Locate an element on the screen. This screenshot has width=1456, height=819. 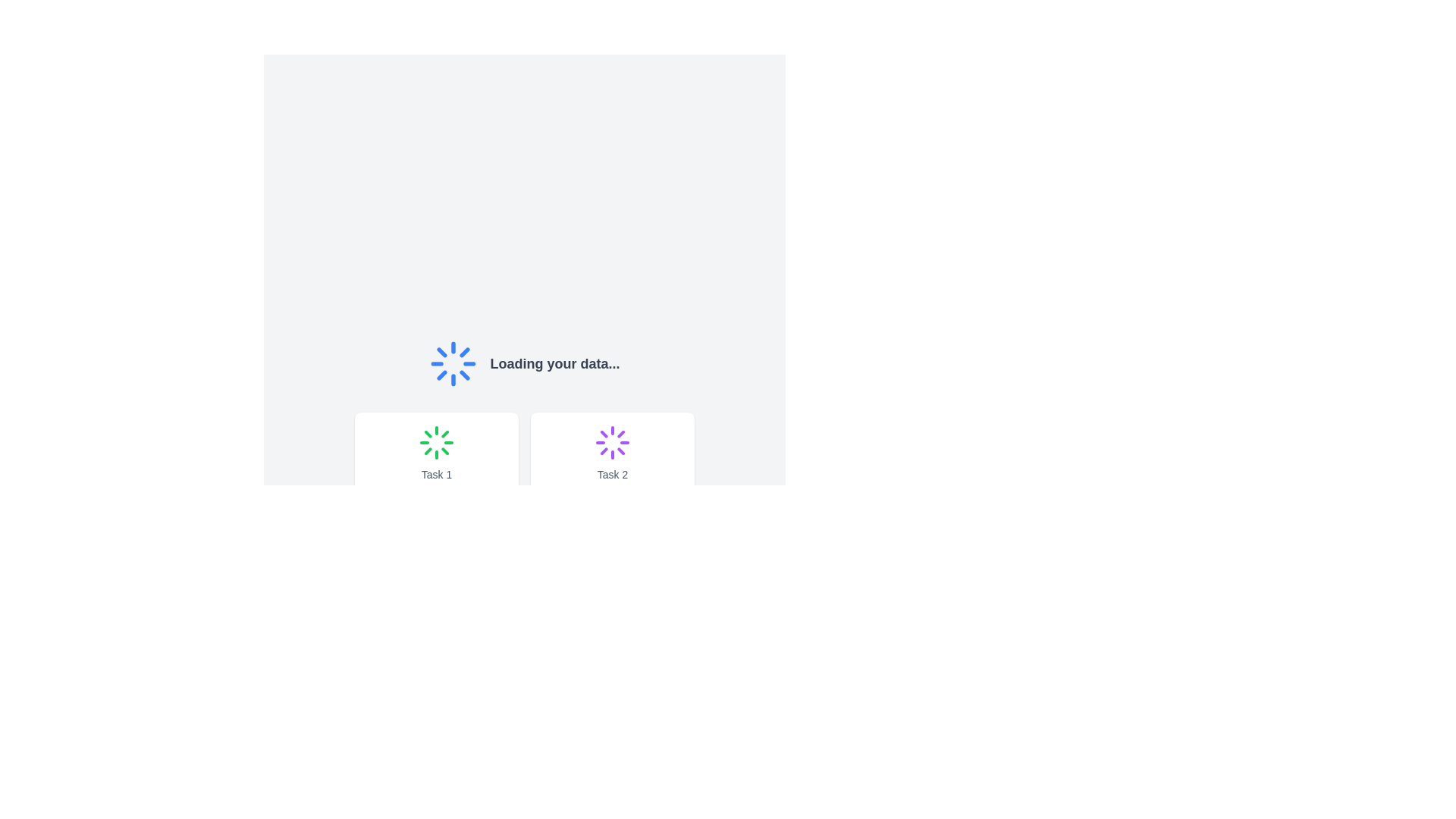
the Loading indicator that displays informational text, which is centrally positioned above the task cards labeled 'Task 1' and 'Task 2' is located at coordinates (524, 363).